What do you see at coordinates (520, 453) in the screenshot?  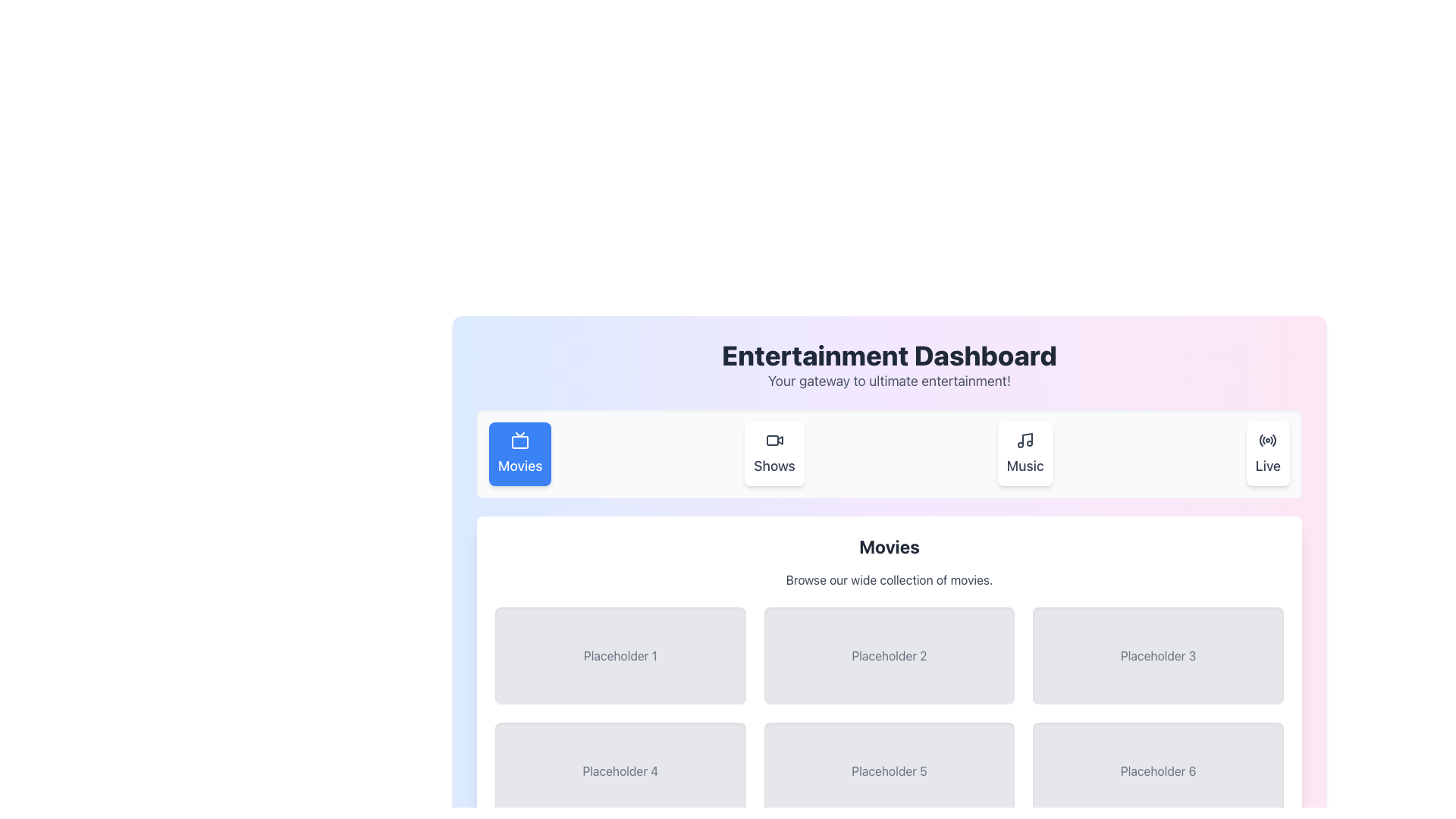 I see `the 'Movies' button, which has a bright blue background, rounded corners, and features a white television icon above the label in bold text` at bounding box center [520, 453].